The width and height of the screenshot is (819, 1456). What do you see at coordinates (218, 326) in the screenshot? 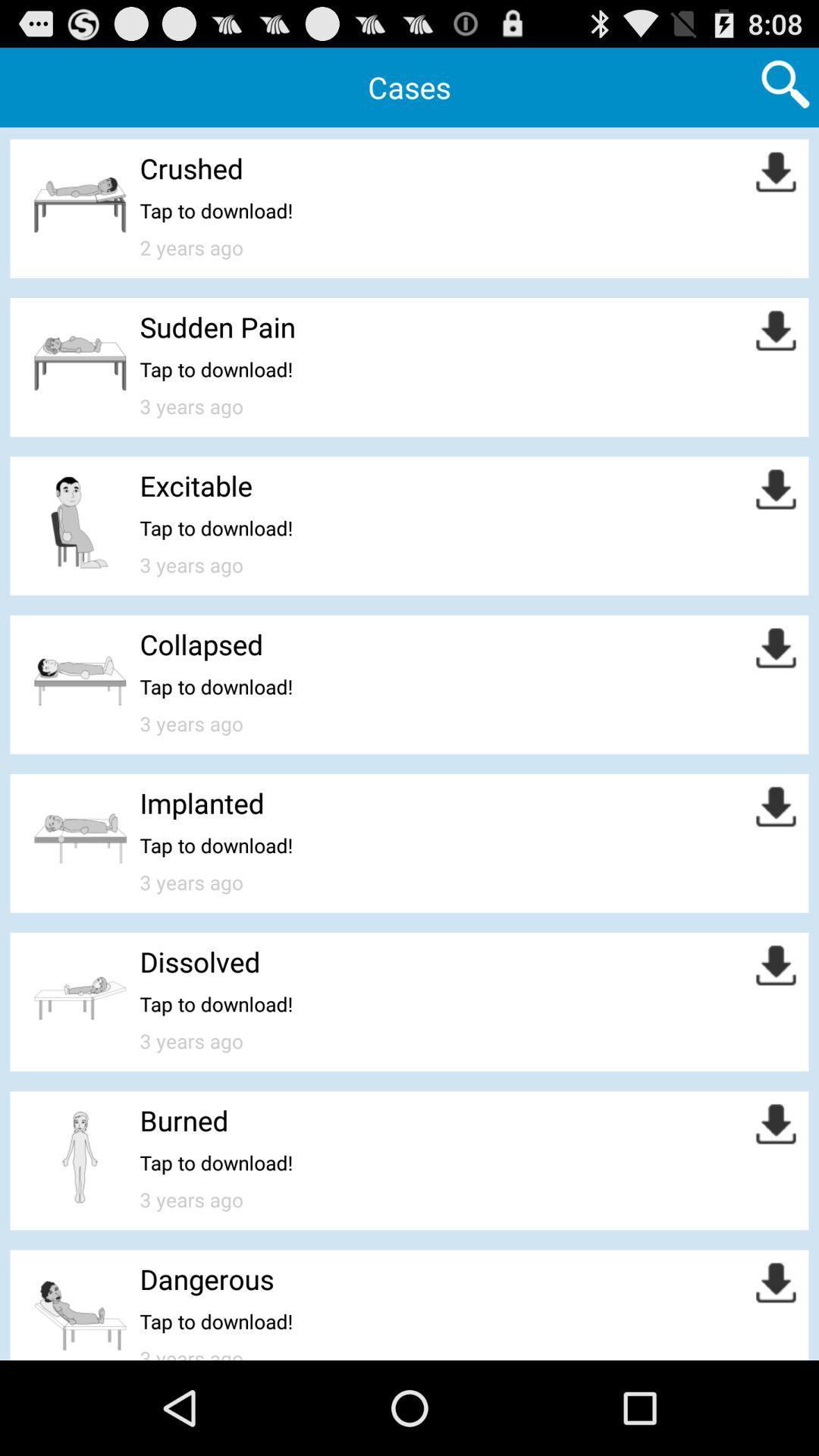
I see `sudden pain` at bounding box center [218, 326].